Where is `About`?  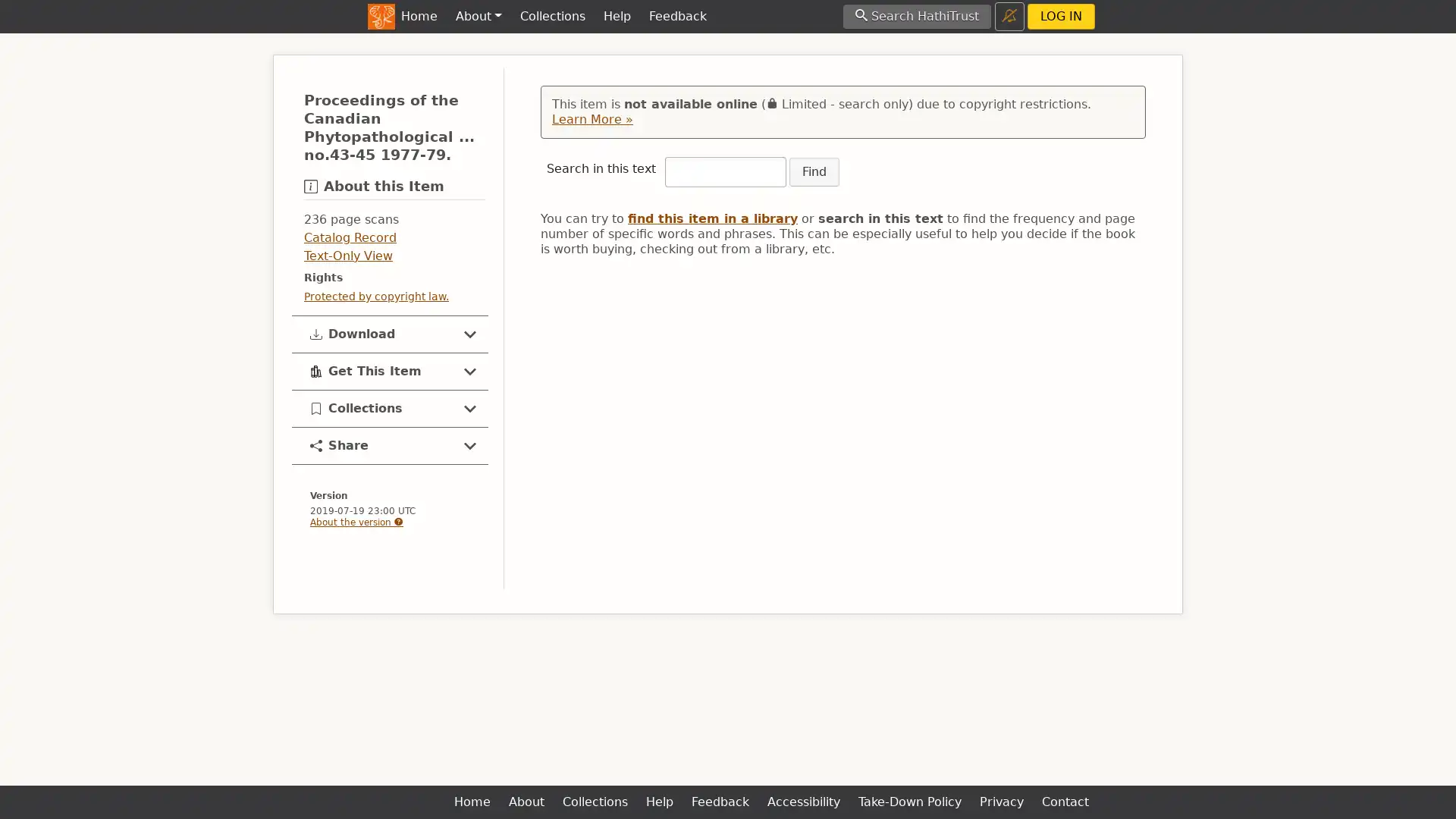 About is located at coordinates (477, 17).